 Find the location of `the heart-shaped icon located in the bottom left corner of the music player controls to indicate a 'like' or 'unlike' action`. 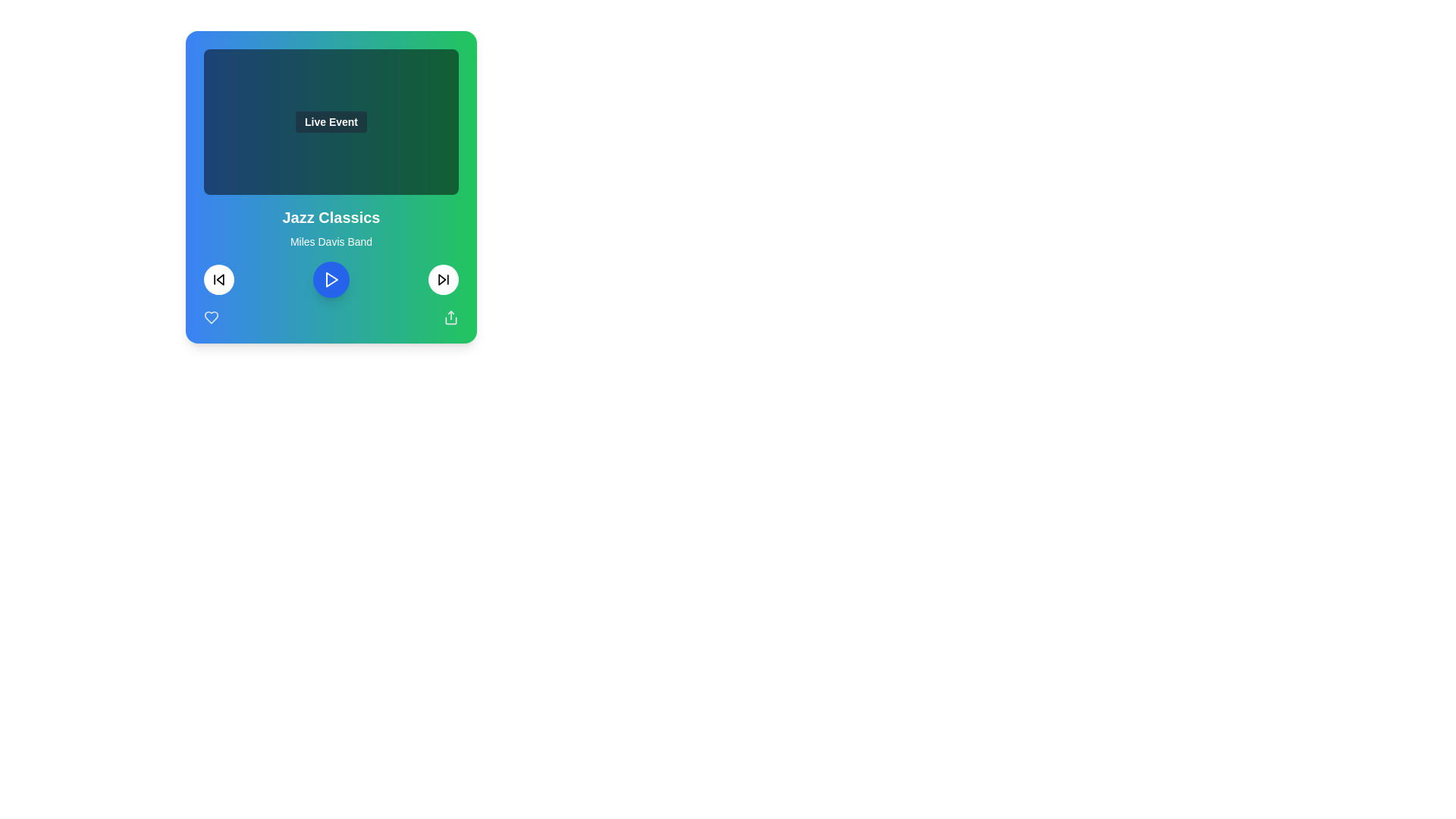

the heart-shaped icon located in the bottom left corner of the music player controls to indicate a 'like' or 'unlike' action is located at coordinates (210, 317).